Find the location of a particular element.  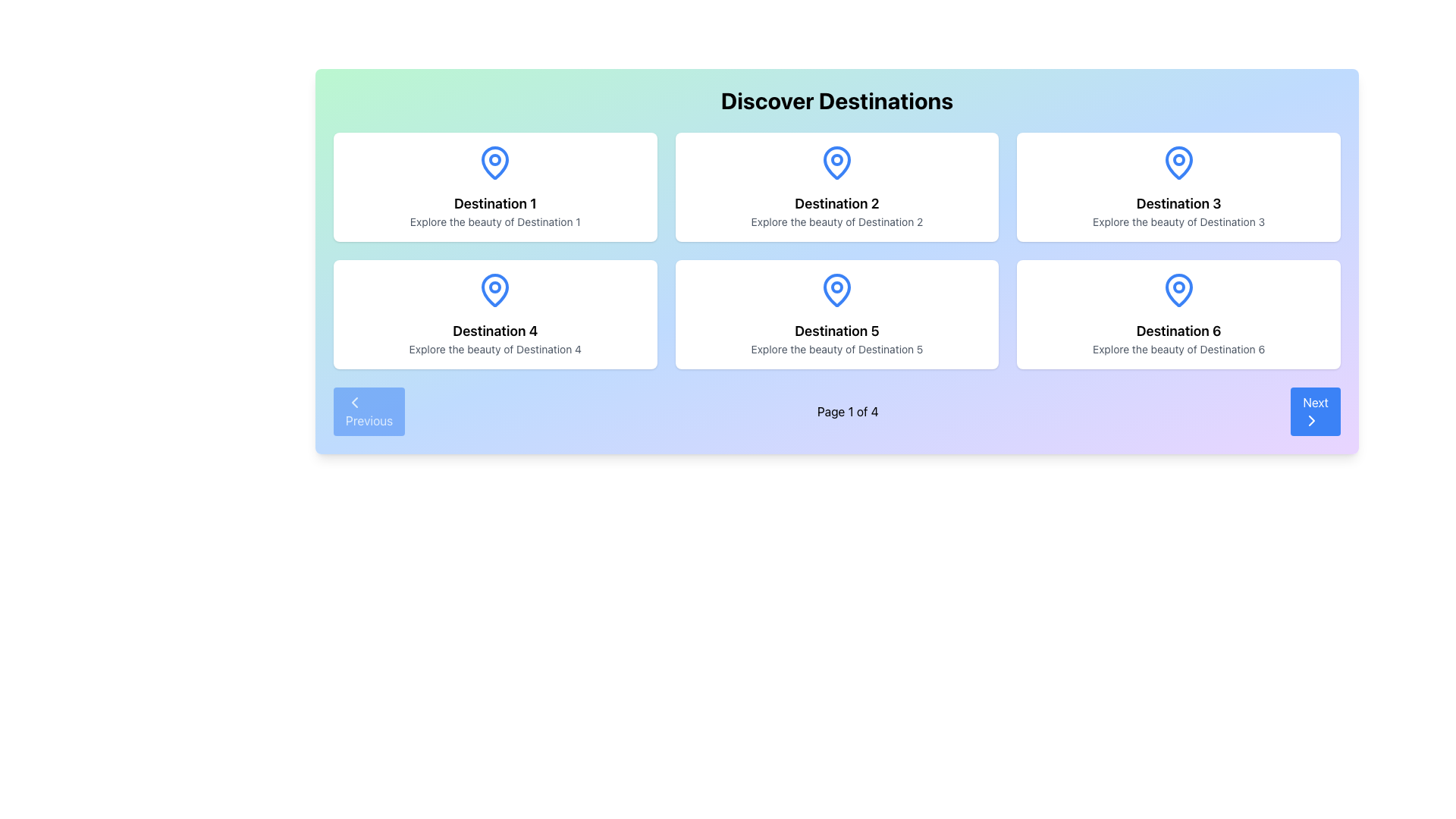

the card for 'Destination 3' is located at coordinates (1178, 186).